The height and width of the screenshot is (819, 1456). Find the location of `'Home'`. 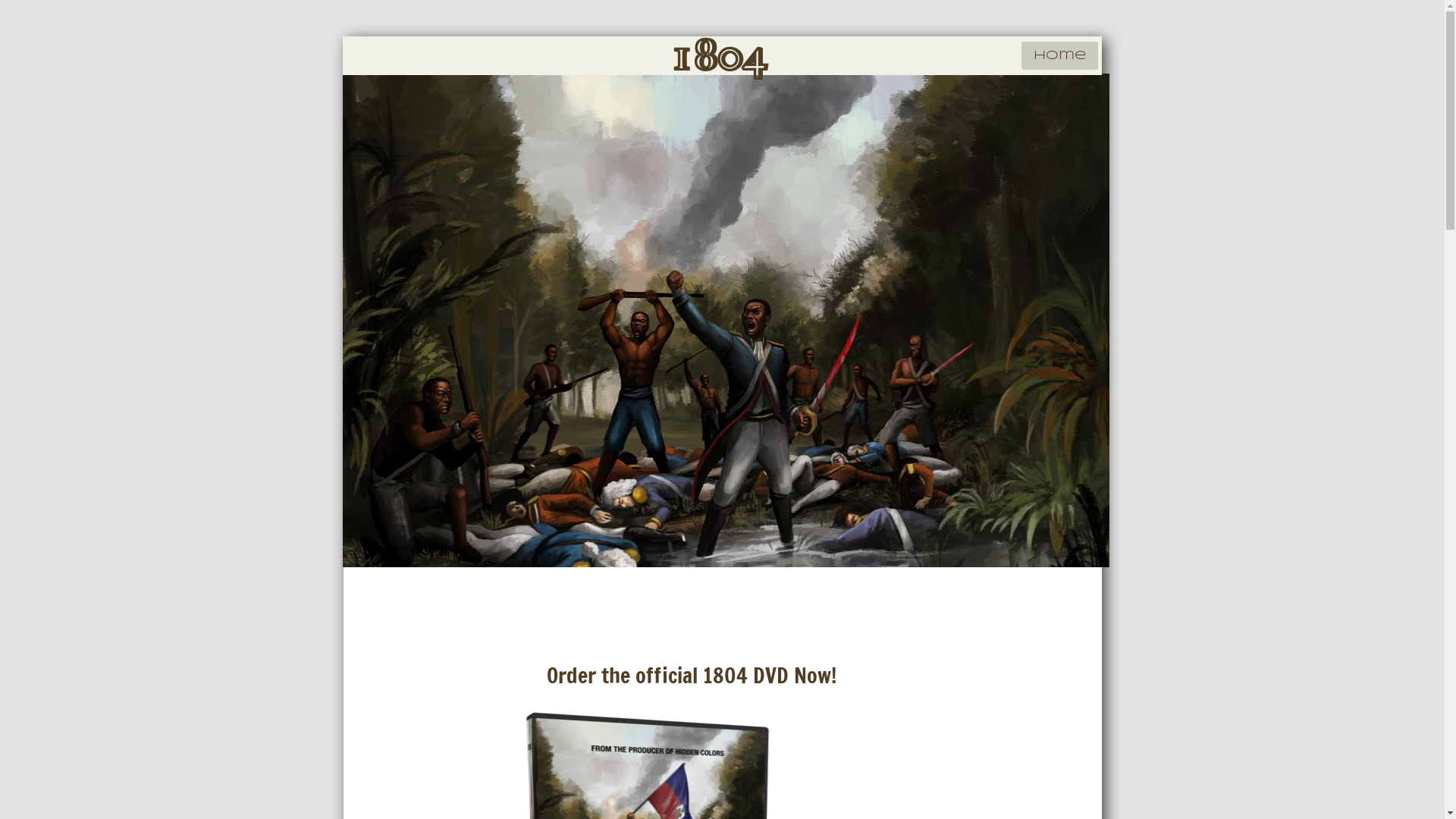

'Home' is located at coordinates (1058, 55).